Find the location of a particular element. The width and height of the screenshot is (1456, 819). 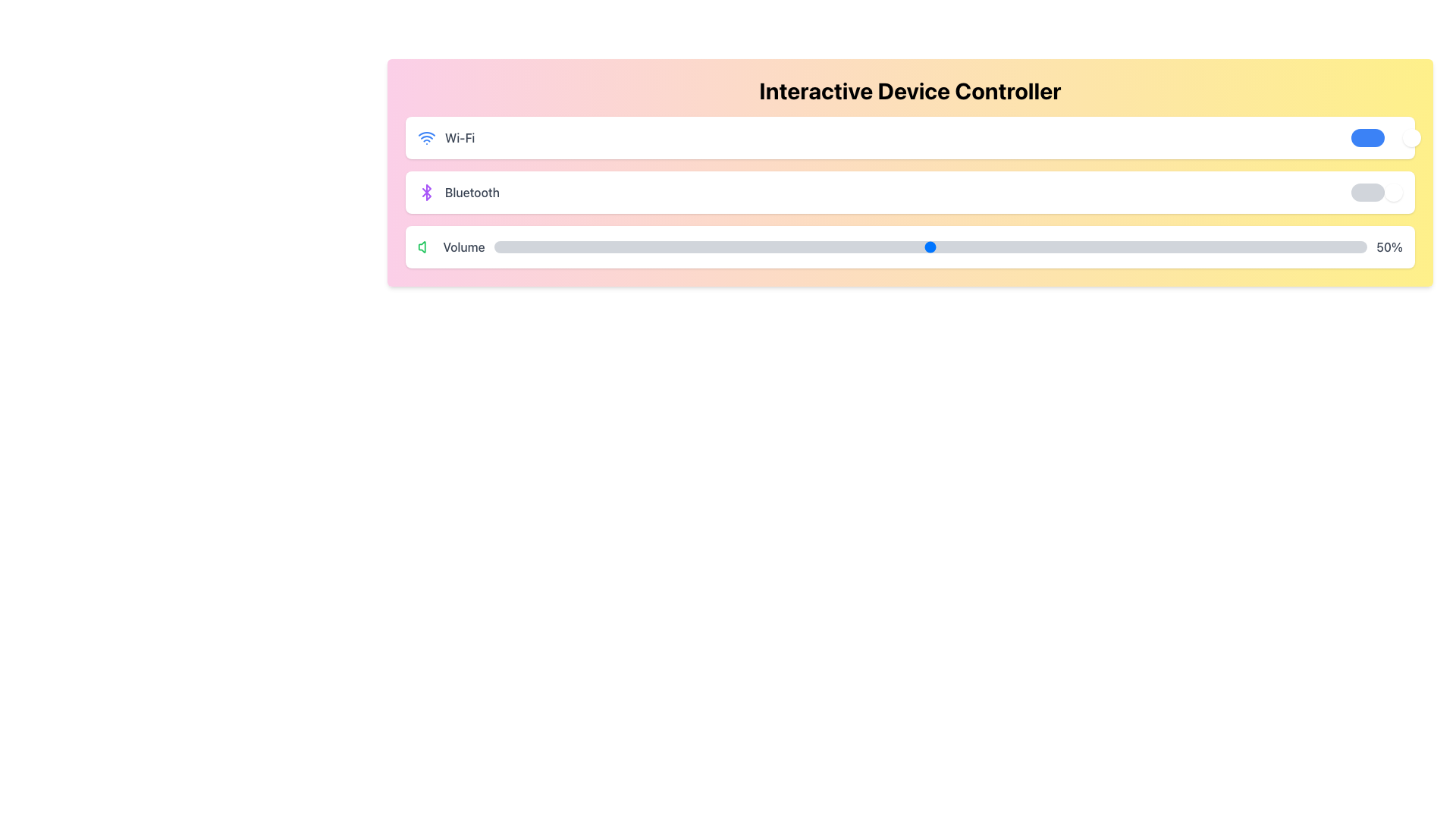

the volume is located at coordinates (756, 246).